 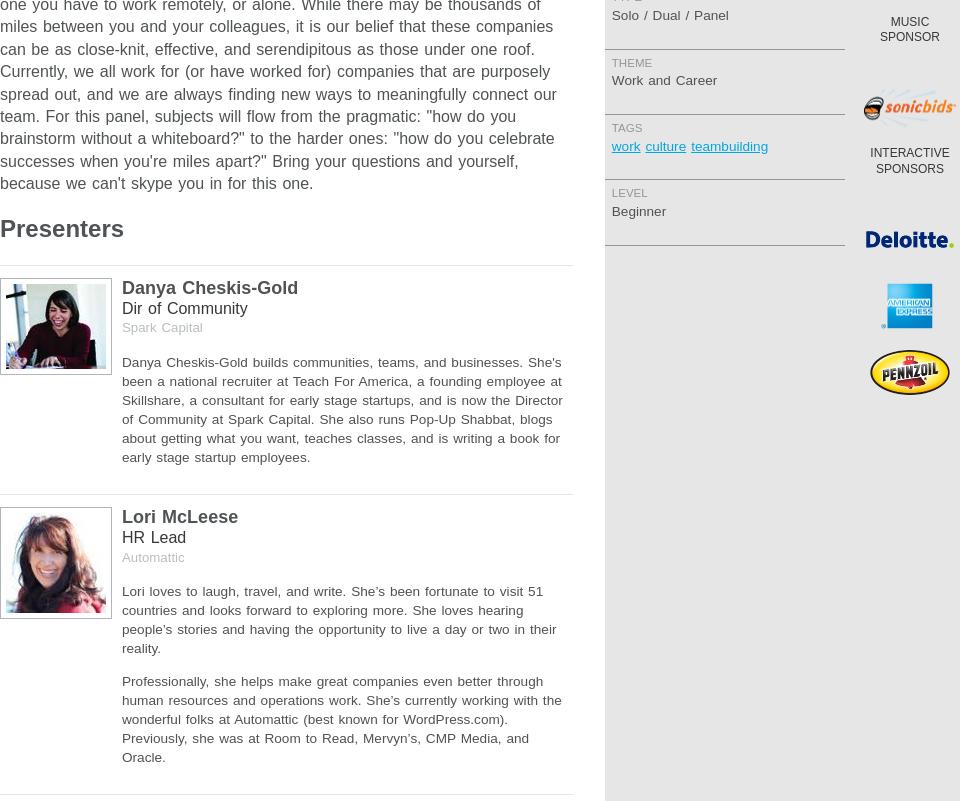 What do you see at coordinates (664, 80) in the screenshot?
I see `'Work and Career'` at bounding box center [664, 80].